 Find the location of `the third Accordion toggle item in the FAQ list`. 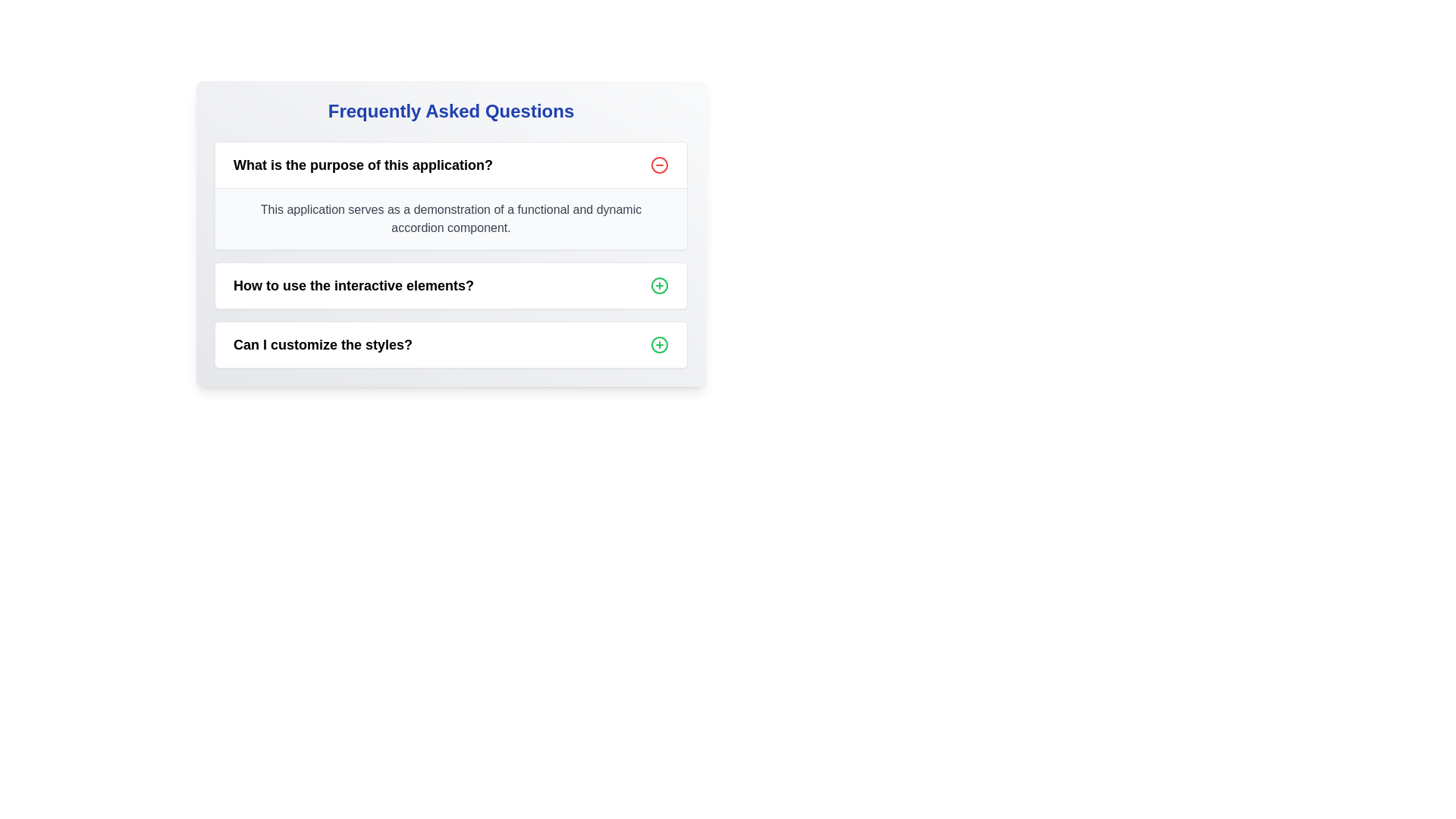

the third Accordion toggle item in the FAQ list is located at coordinates (450, 345).